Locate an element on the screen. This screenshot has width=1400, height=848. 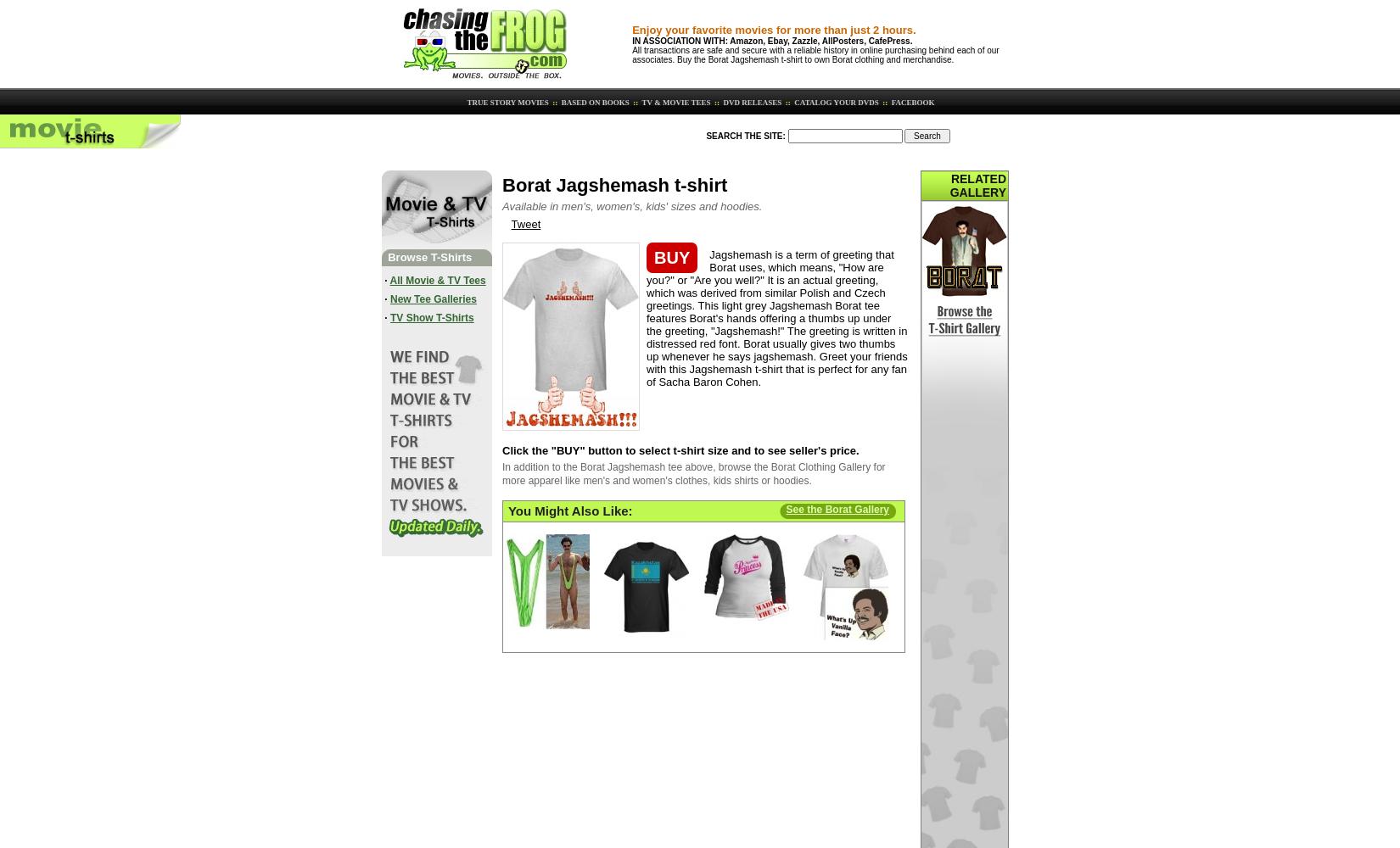
'DVD RELEASES' is located at coordinates (751, 101).